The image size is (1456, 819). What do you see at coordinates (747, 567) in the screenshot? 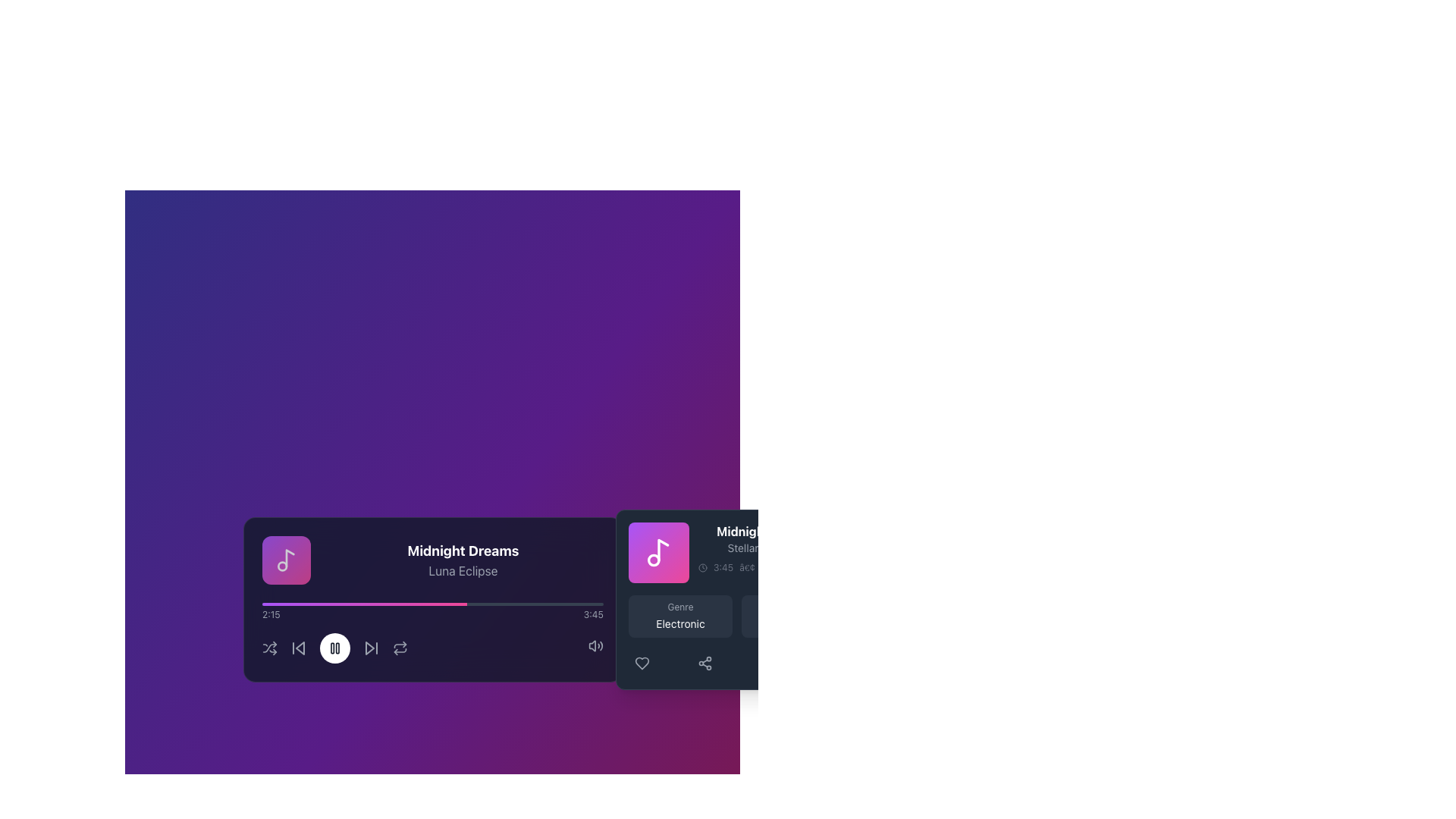
I see `the typographic bullet that follows the duration text '3:45' in the textual row` at bounding box center [747, 567].